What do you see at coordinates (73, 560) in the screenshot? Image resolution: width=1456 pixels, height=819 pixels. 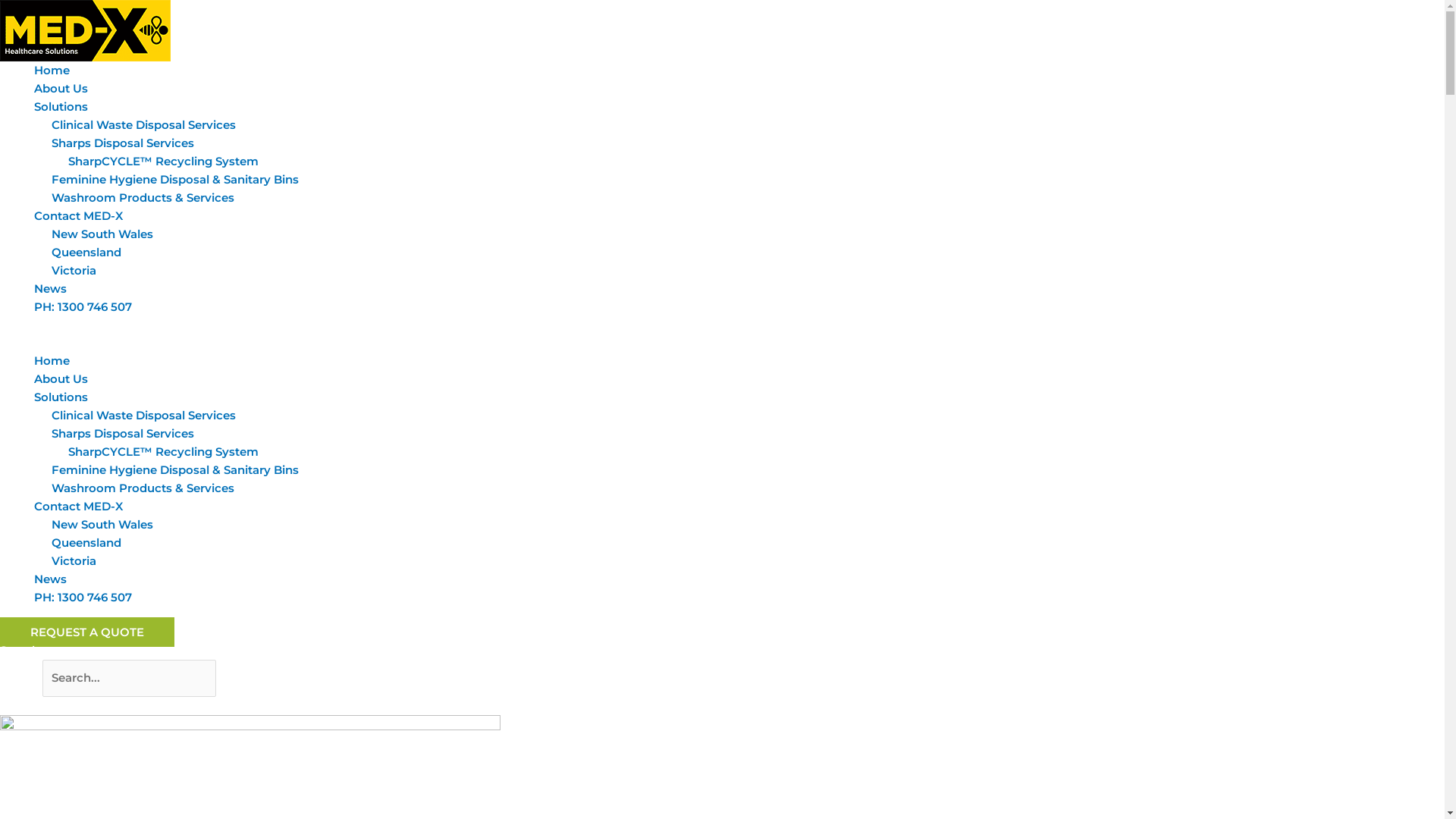 I see `'Victoria'` at bounding box center [73, 560].